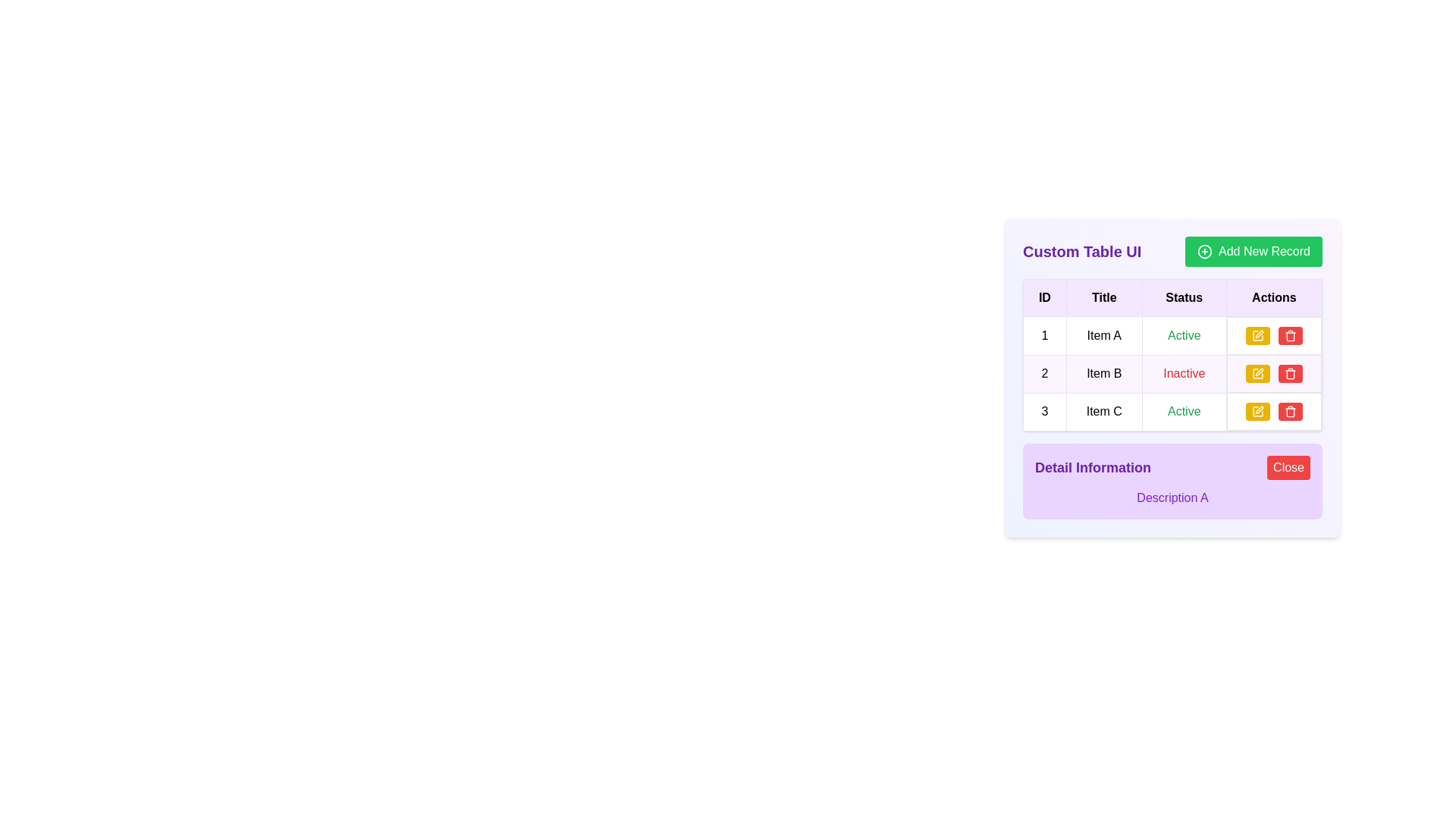  I want to click on the delete button (the third action button), so click(1290, 412).